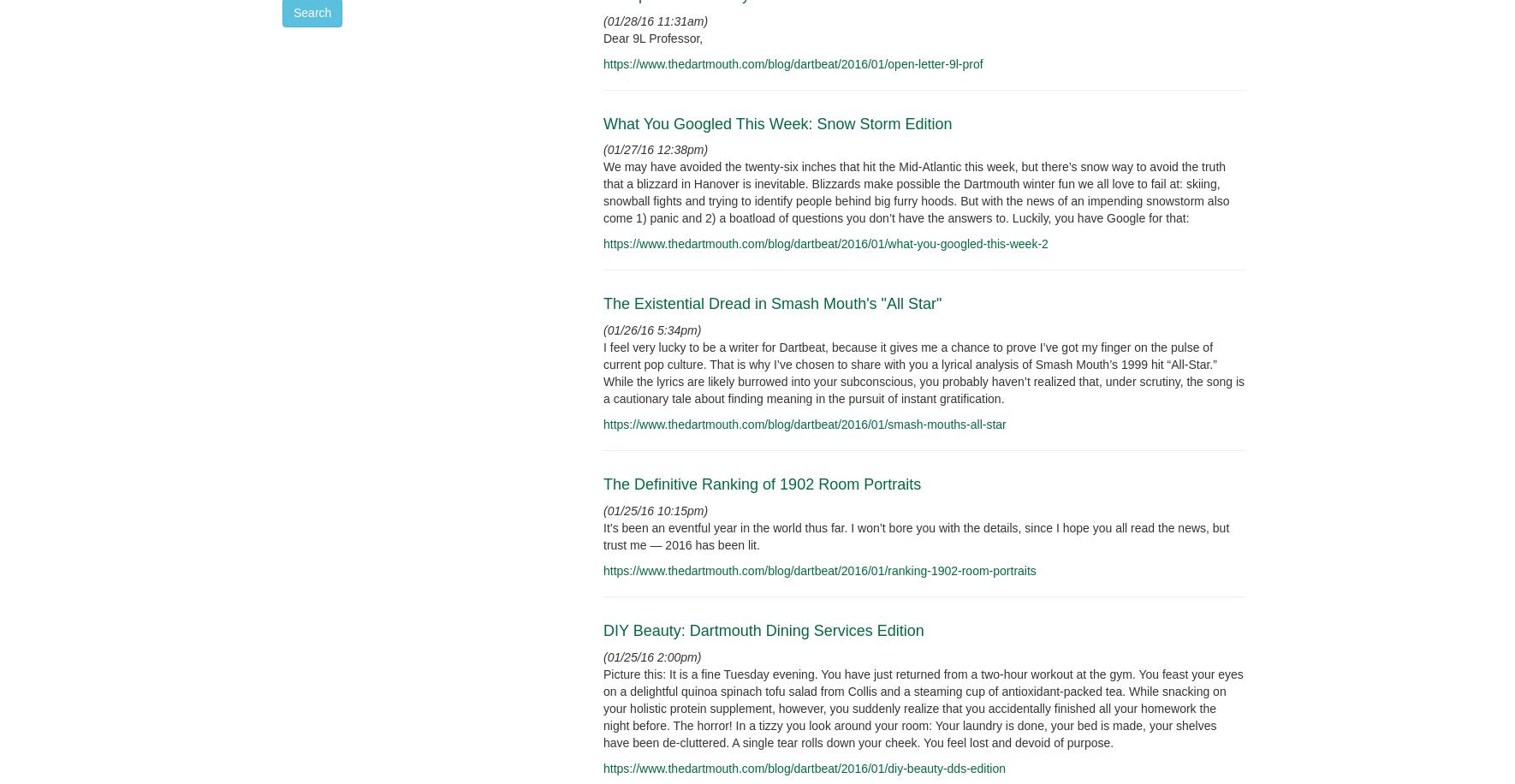 Image resolution: width=1515 pixels, height=784 pixels. Describe the element at coordinates (656, 510) in the screenshot. I see `'(01/25/16 10:15pm)'` at that location.